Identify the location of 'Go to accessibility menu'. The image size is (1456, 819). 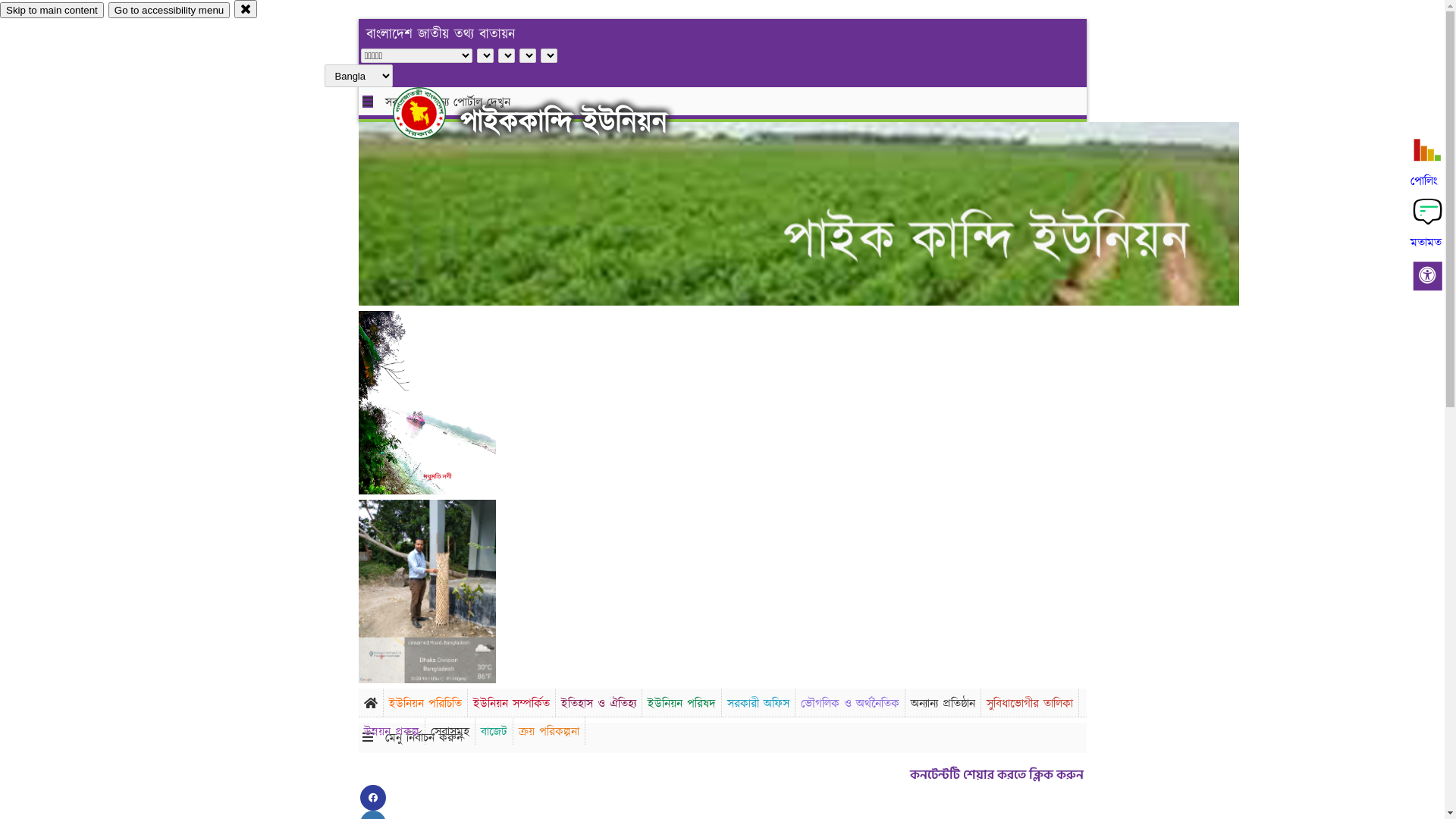
(168, 10).